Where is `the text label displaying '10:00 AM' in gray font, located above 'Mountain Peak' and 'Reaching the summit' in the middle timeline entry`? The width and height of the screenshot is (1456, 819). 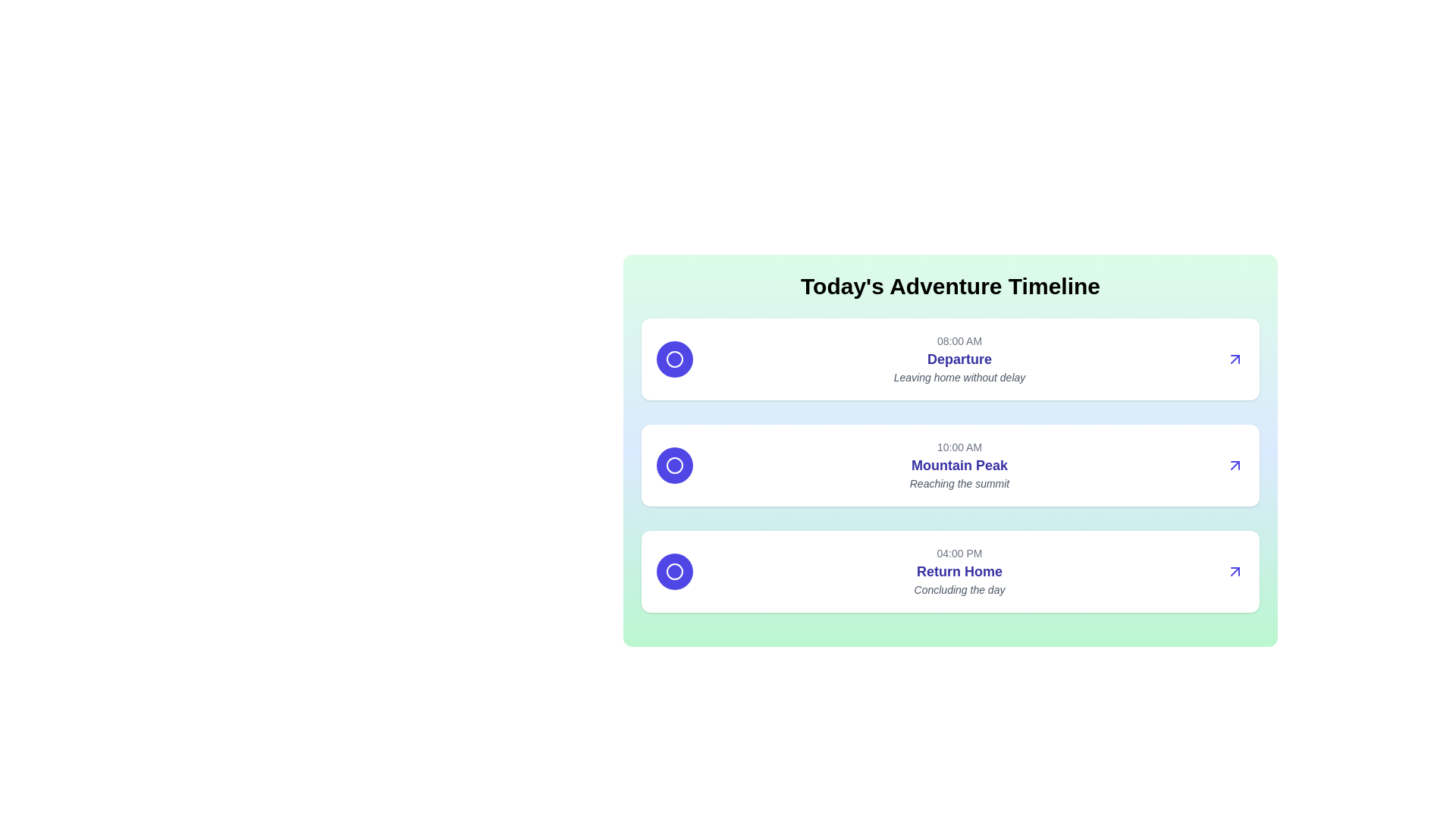
the text label displaying '10:00 AM' in gray font, located above 'Mountain Peak' and 'Reaching the summit' in the middle timeline entry is located at coordinates (959, 447).